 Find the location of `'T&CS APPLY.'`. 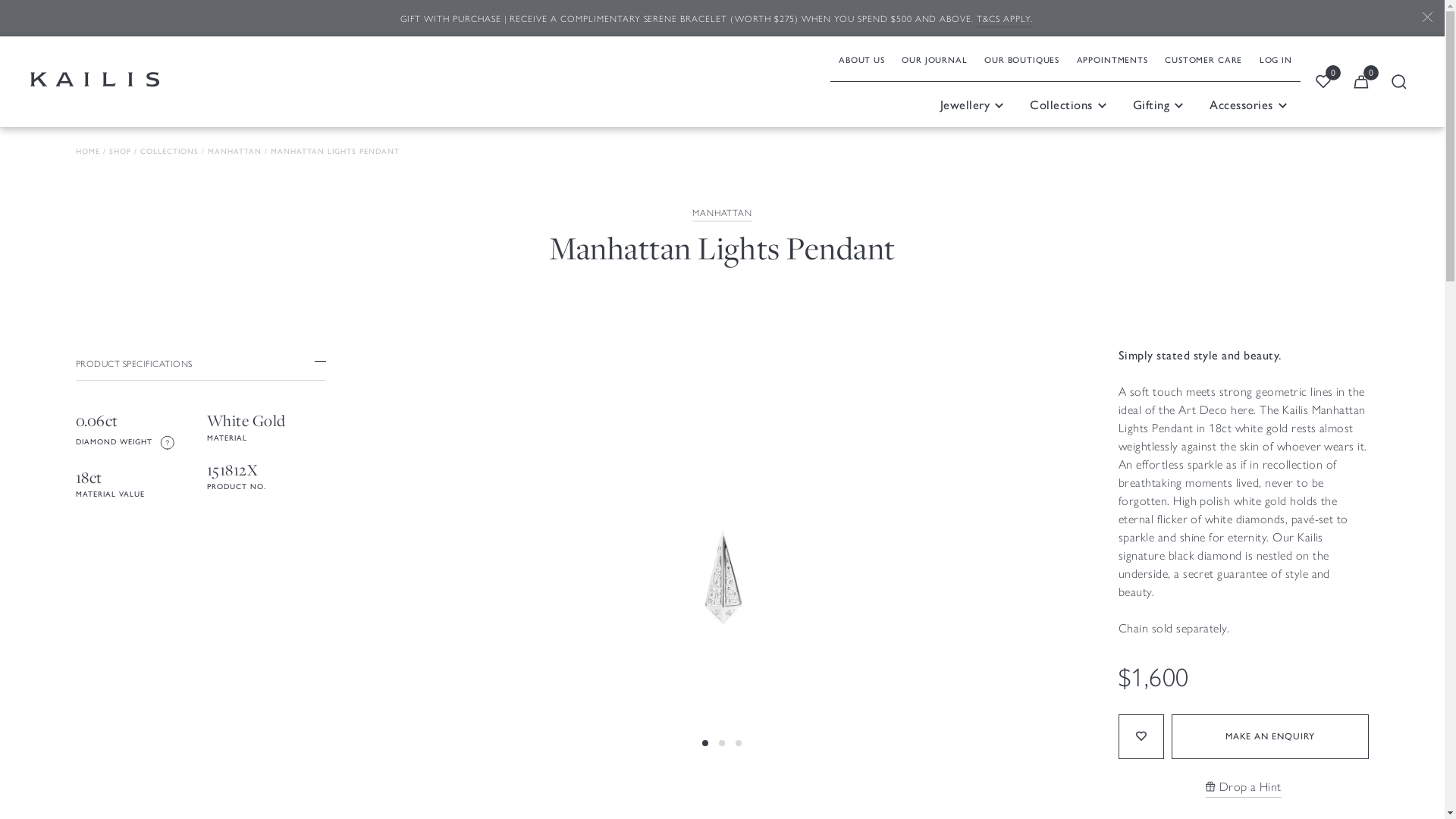

'T&CS APPLY.' is located at coordinates (1004, 19).